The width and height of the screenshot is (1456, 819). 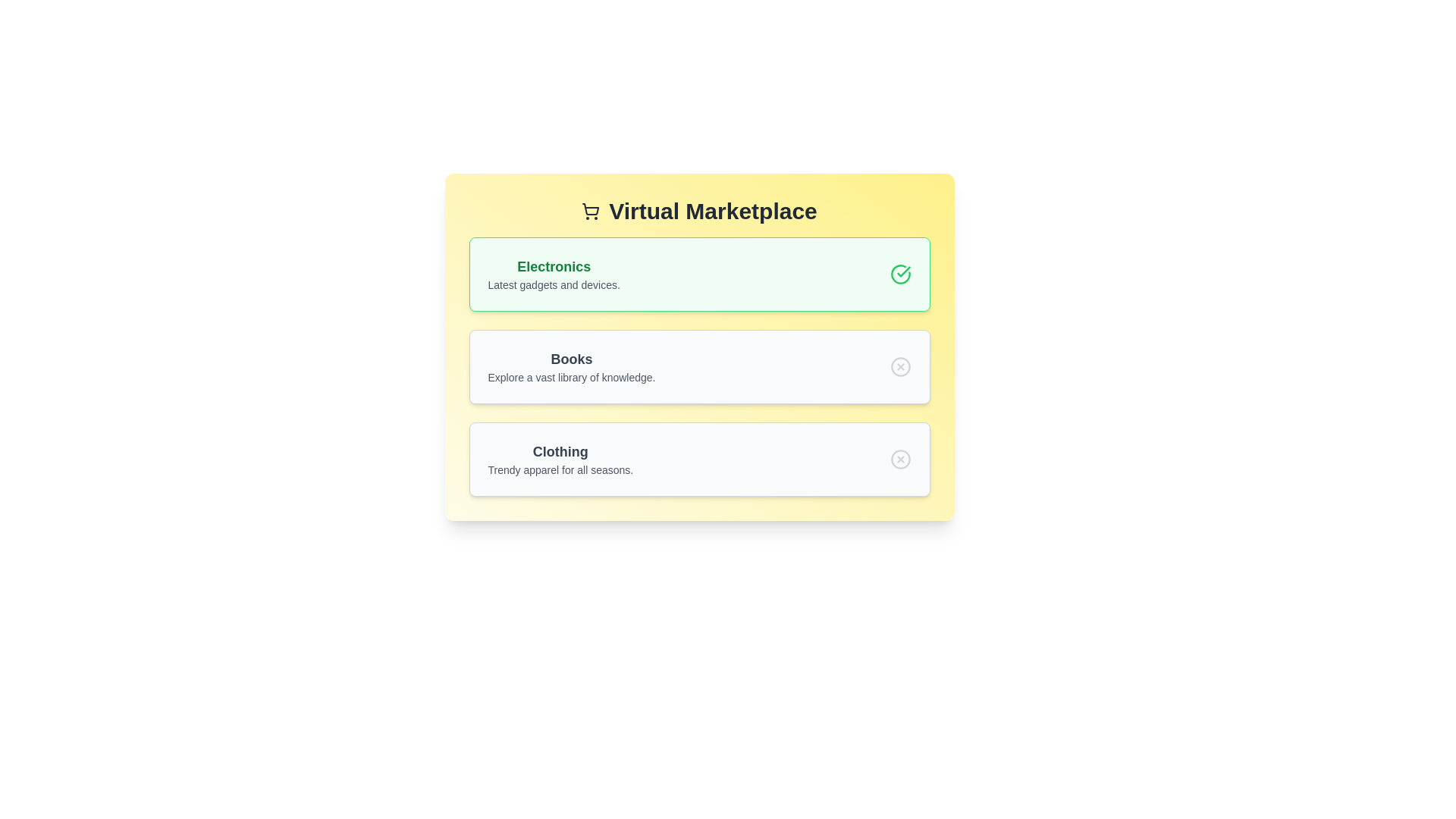 What do you see at coordinates (900, 366) in the screenshot?
I see `the icon next to the category Books to toggle its state` at bounding box center [900, 366].